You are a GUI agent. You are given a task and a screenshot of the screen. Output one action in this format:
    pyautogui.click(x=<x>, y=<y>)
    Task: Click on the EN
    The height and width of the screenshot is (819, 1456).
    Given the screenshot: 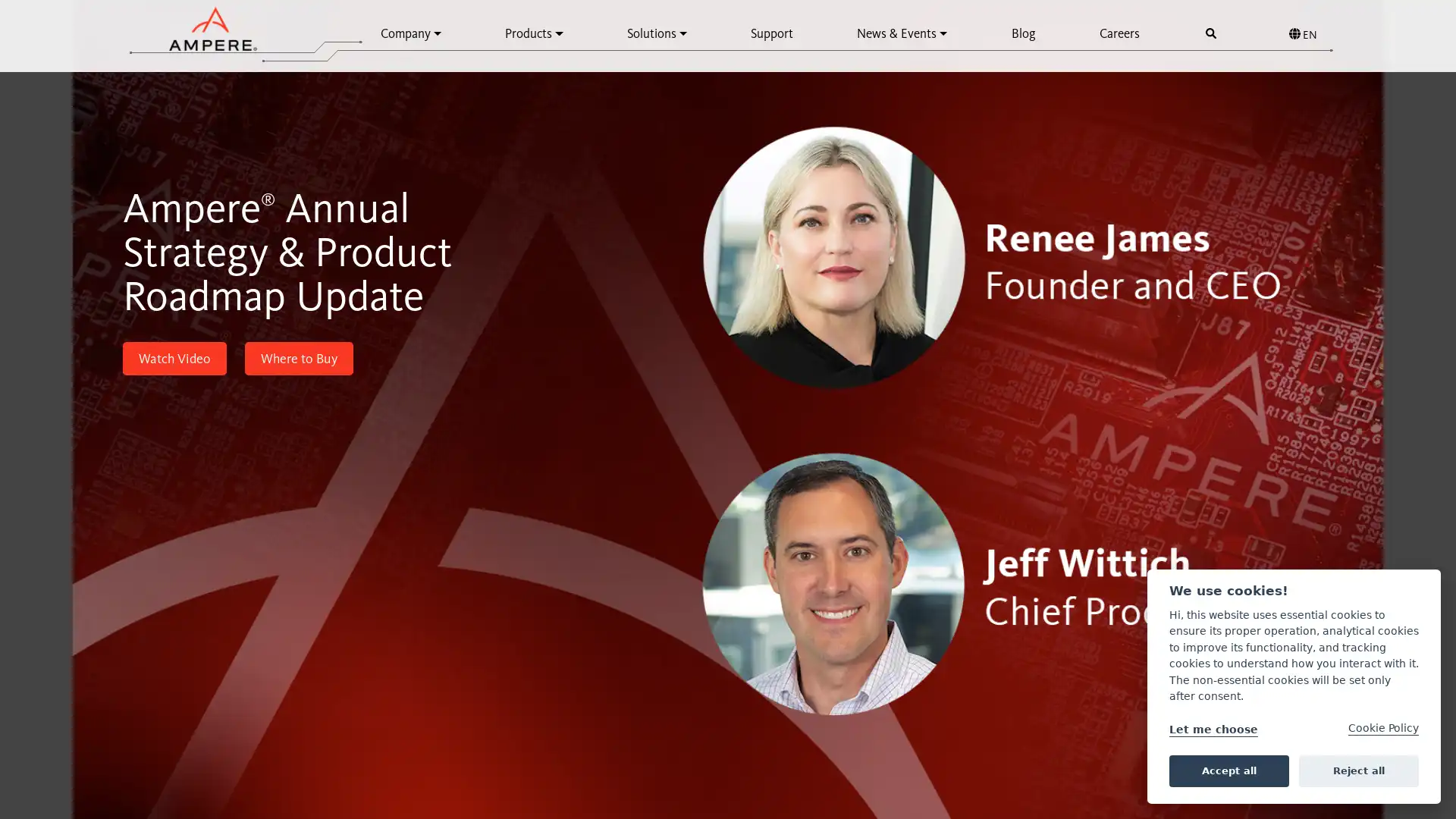 What is the action you would take?
    pyautogui.click(x=1301, y=34)
    